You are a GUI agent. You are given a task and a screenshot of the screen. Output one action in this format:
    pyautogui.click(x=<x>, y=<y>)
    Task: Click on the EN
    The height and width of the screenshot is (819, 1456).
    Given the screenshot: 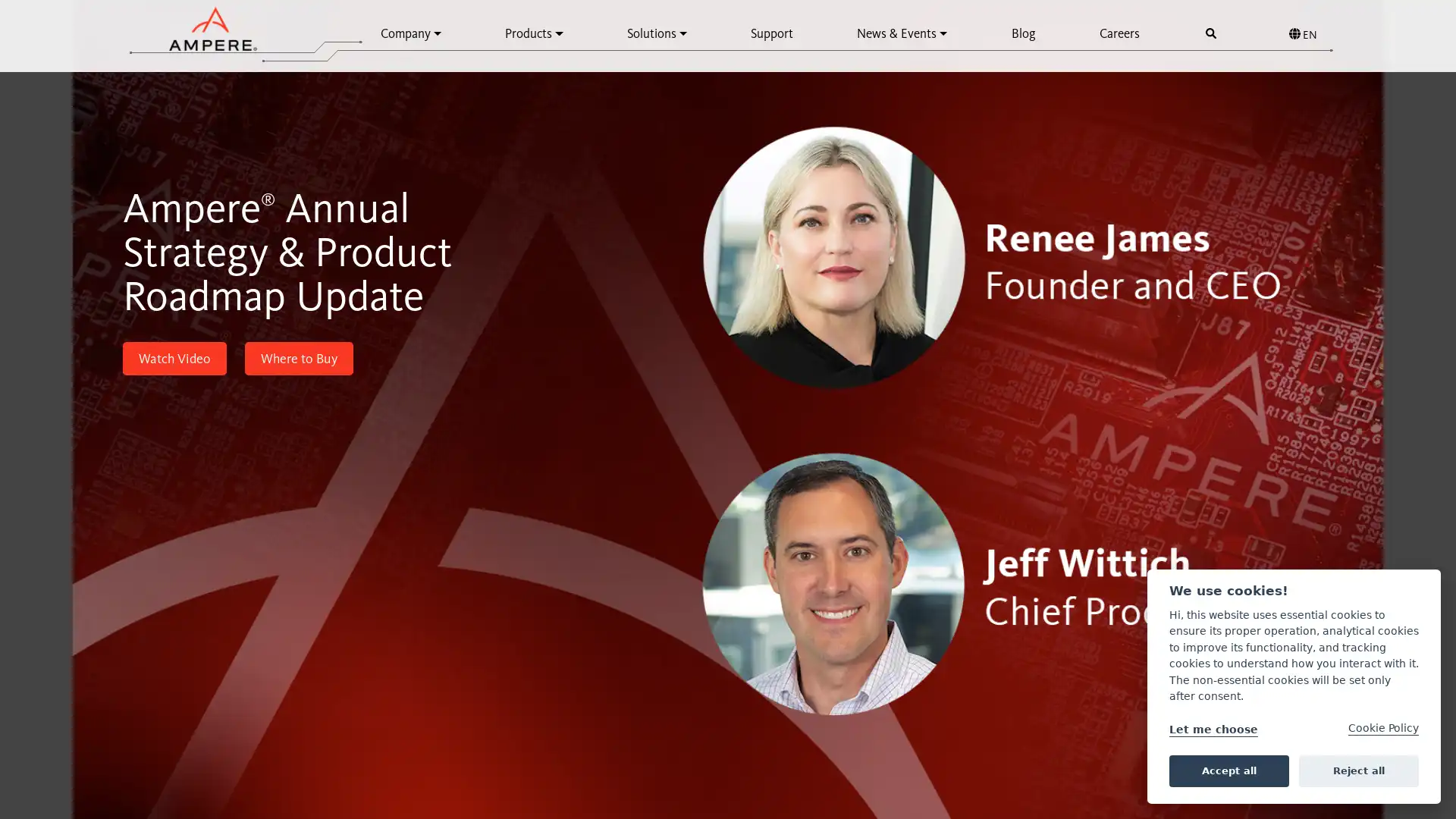 What is the action you would take?
    pyautogui.click(x=1301, y=34)
    